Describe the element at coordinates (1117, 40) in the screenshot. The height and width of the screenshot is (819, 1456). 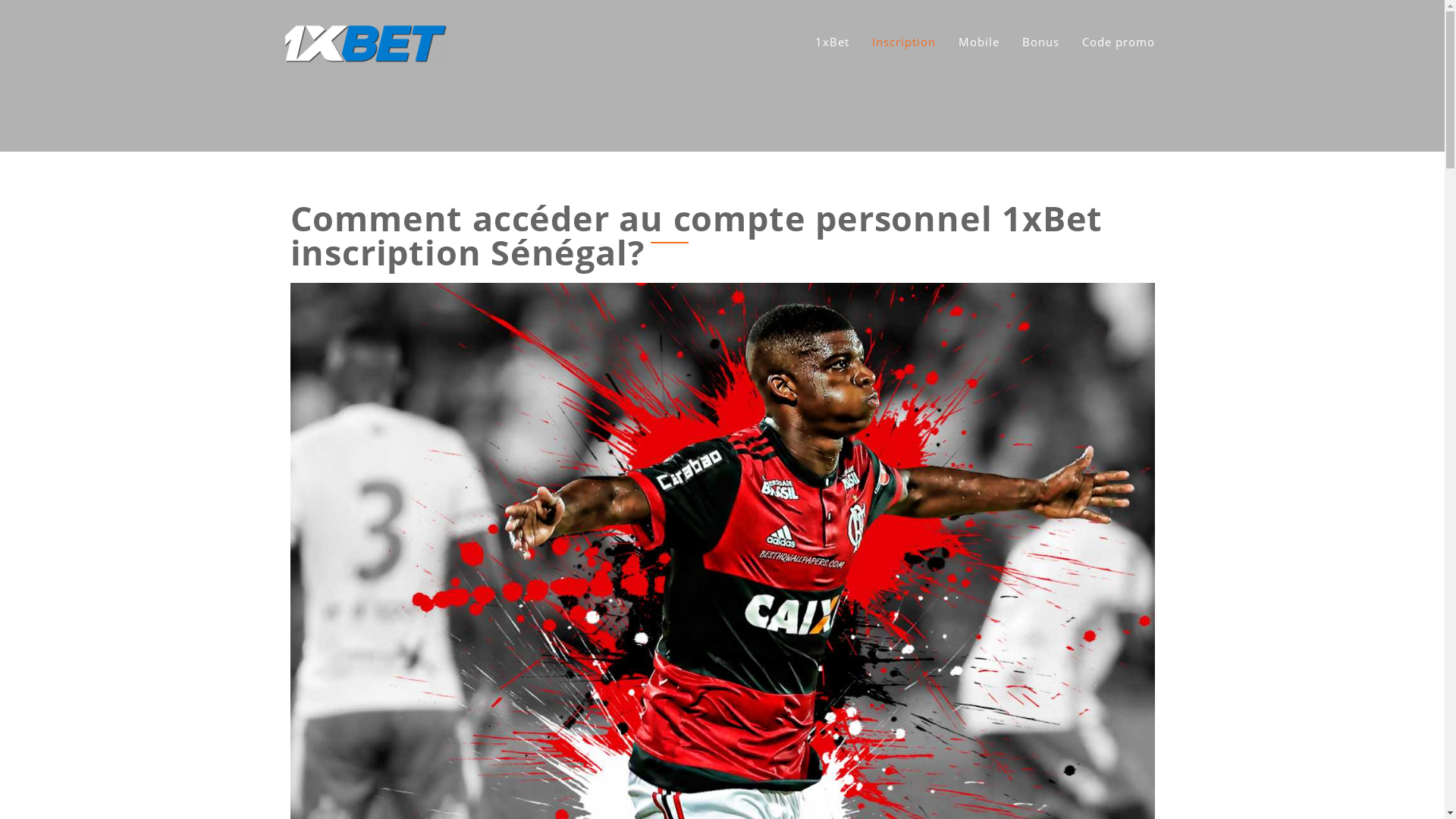
I see `'Code promo'` at that location.